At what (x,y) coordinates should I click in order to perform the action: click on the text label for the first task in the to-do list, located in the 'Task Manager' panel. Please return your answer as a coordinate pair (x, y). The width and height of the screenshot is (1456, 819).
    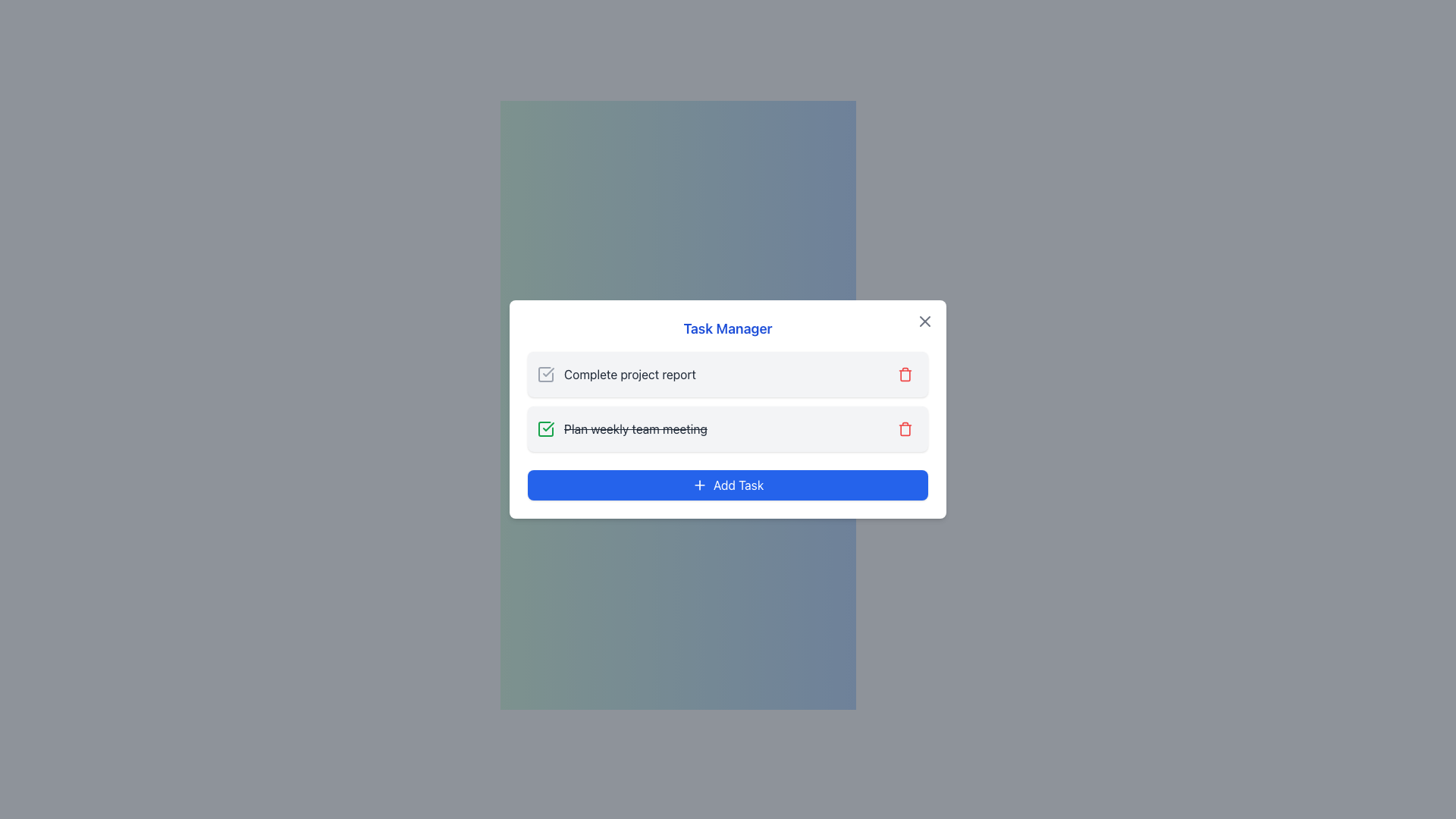
    Looking at the image, I should click on (616, 374).